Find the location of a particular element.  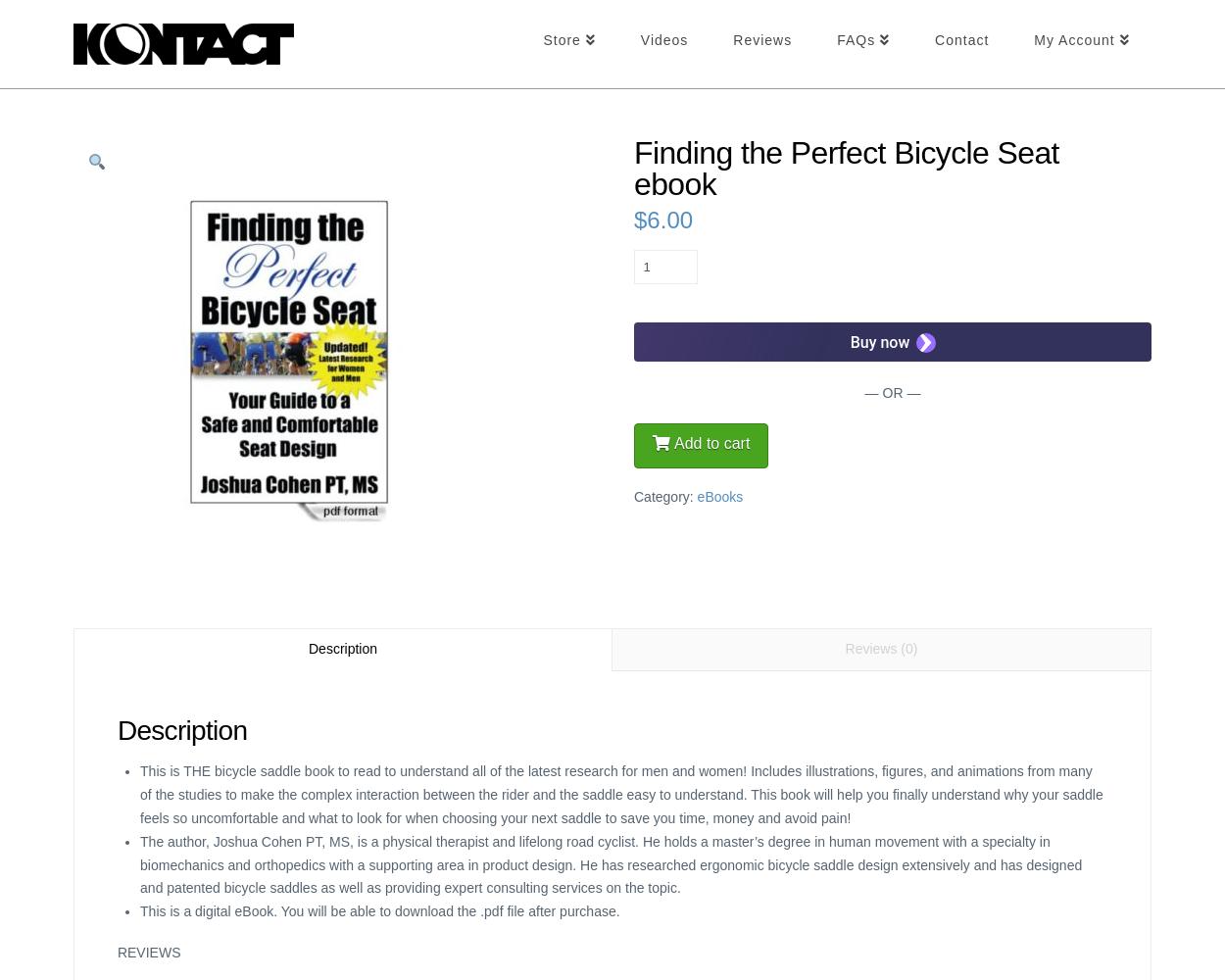

'Reviews (0)' is located at coordinates (844, 648).